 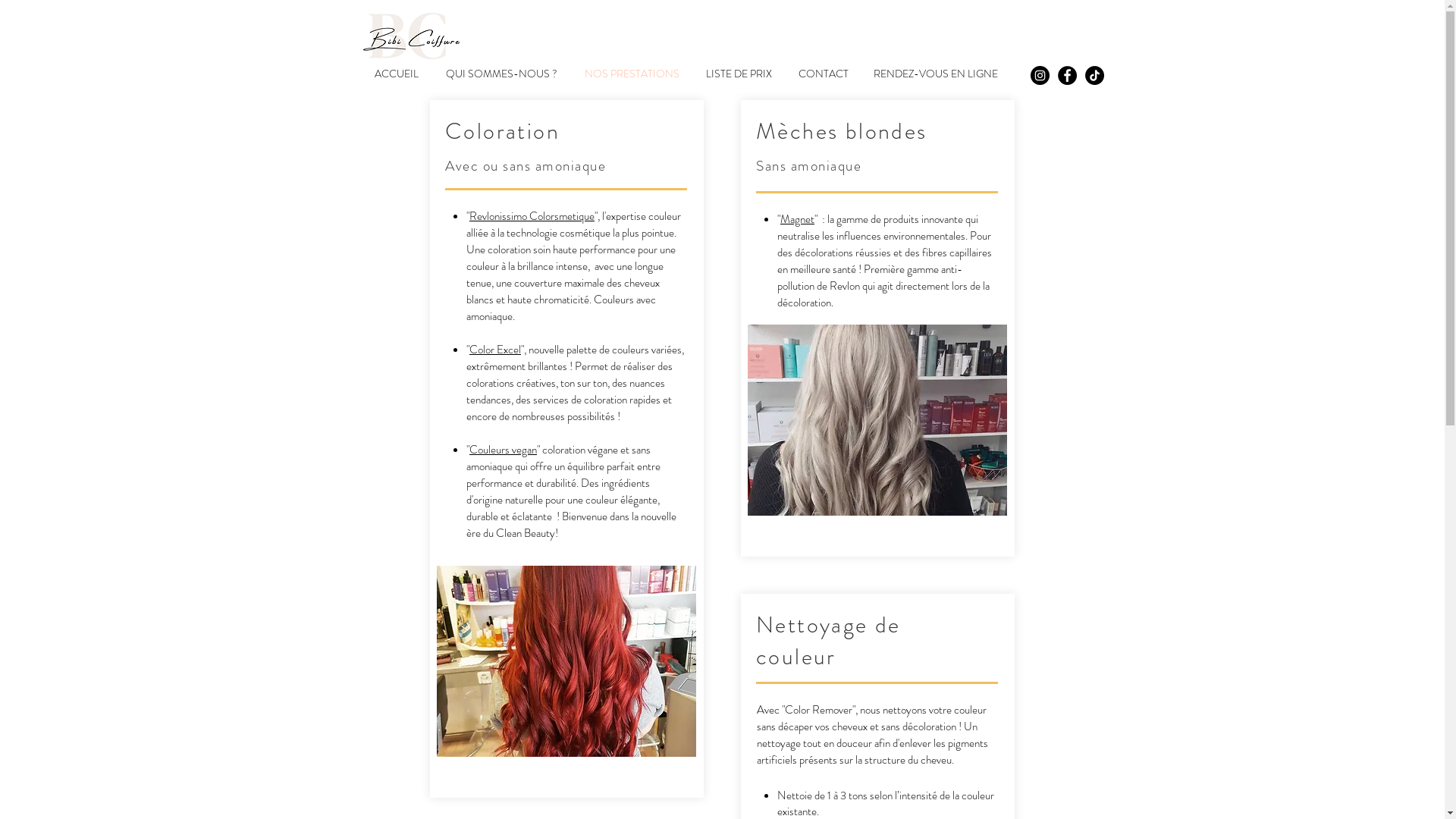 I want to click on 'ACCUEIL', so click(x=397, y=74).